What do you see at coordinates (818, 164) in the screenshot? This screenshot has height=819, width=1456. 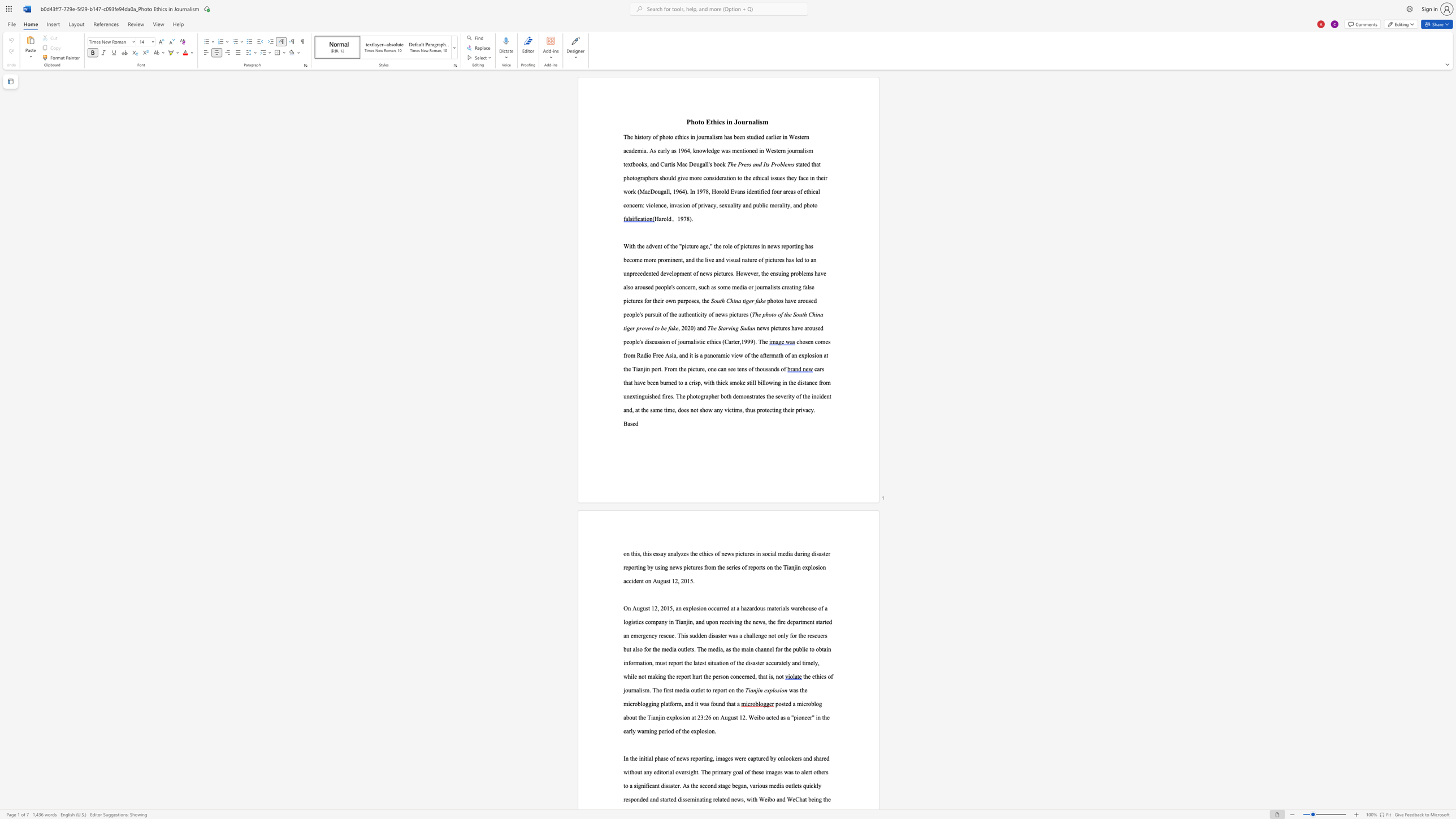 I see `the subset text "t photographers should give more consideration to the eth" within the text "that photographers should give more consideration to the ethical issues they face in their work"` at bounding box center [818, 164].